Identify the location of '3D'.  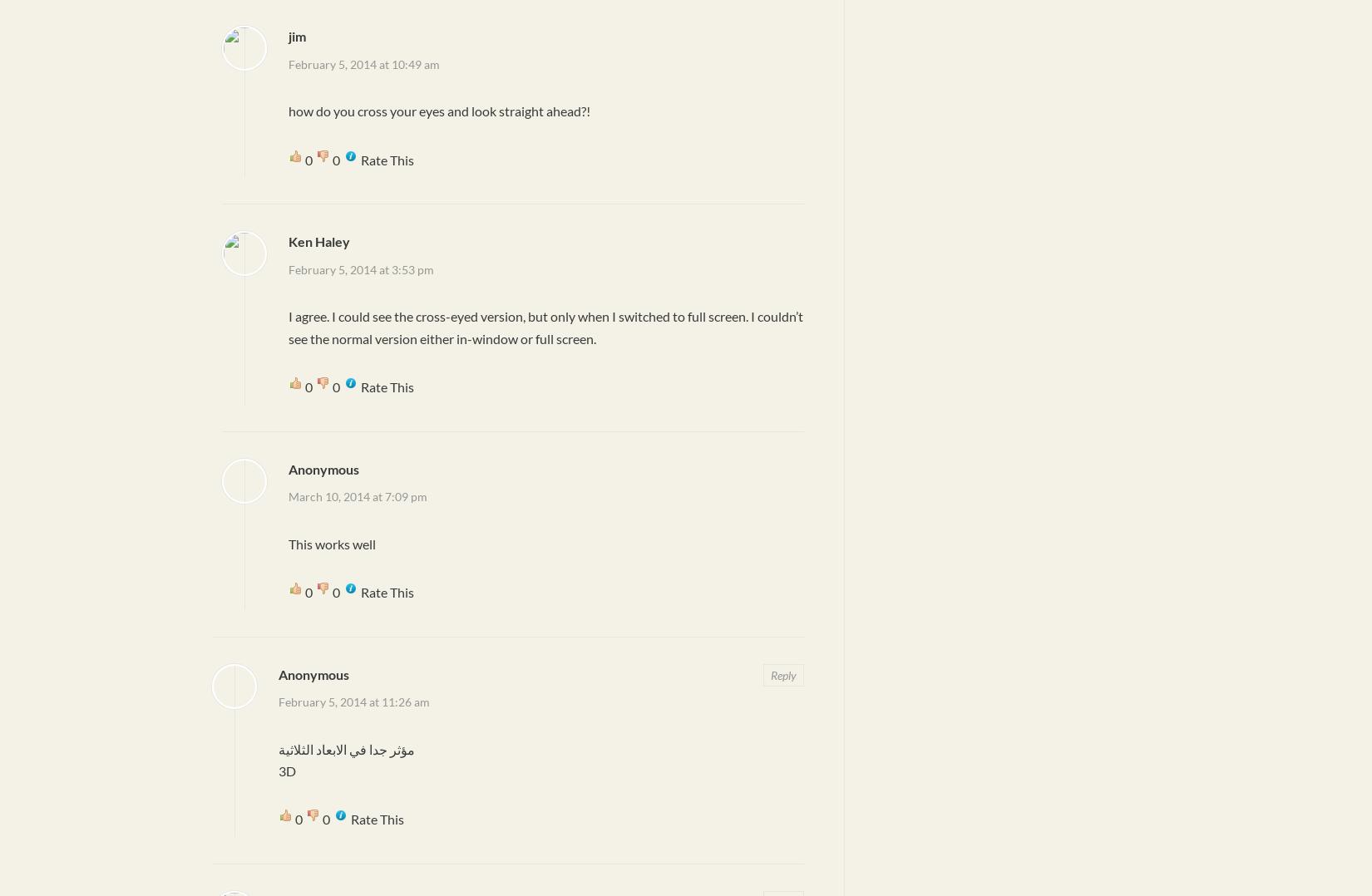
(278, 770).